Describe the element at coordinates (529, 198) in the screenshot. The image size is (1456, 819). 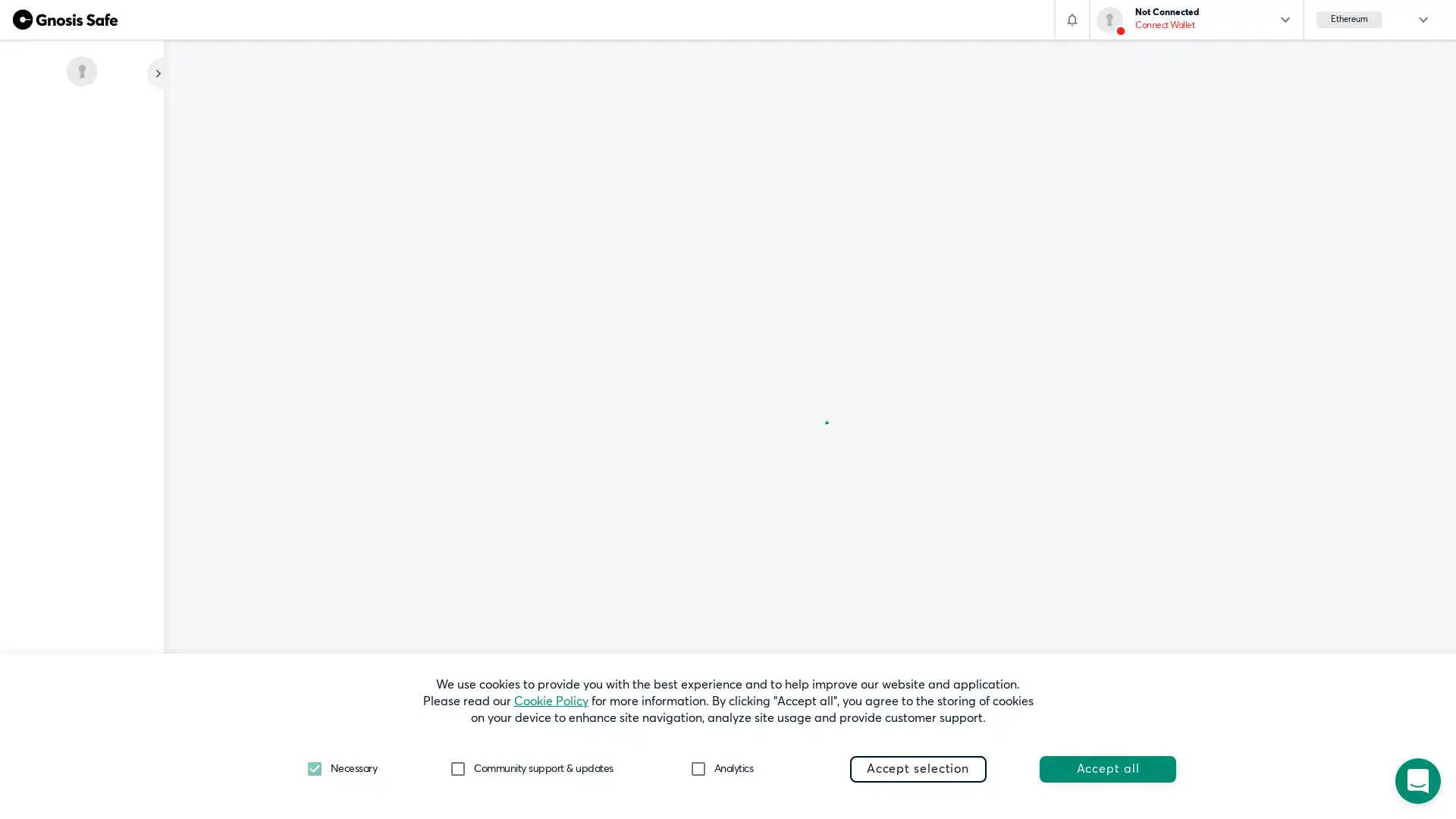
I see `Switch Network` at that location.